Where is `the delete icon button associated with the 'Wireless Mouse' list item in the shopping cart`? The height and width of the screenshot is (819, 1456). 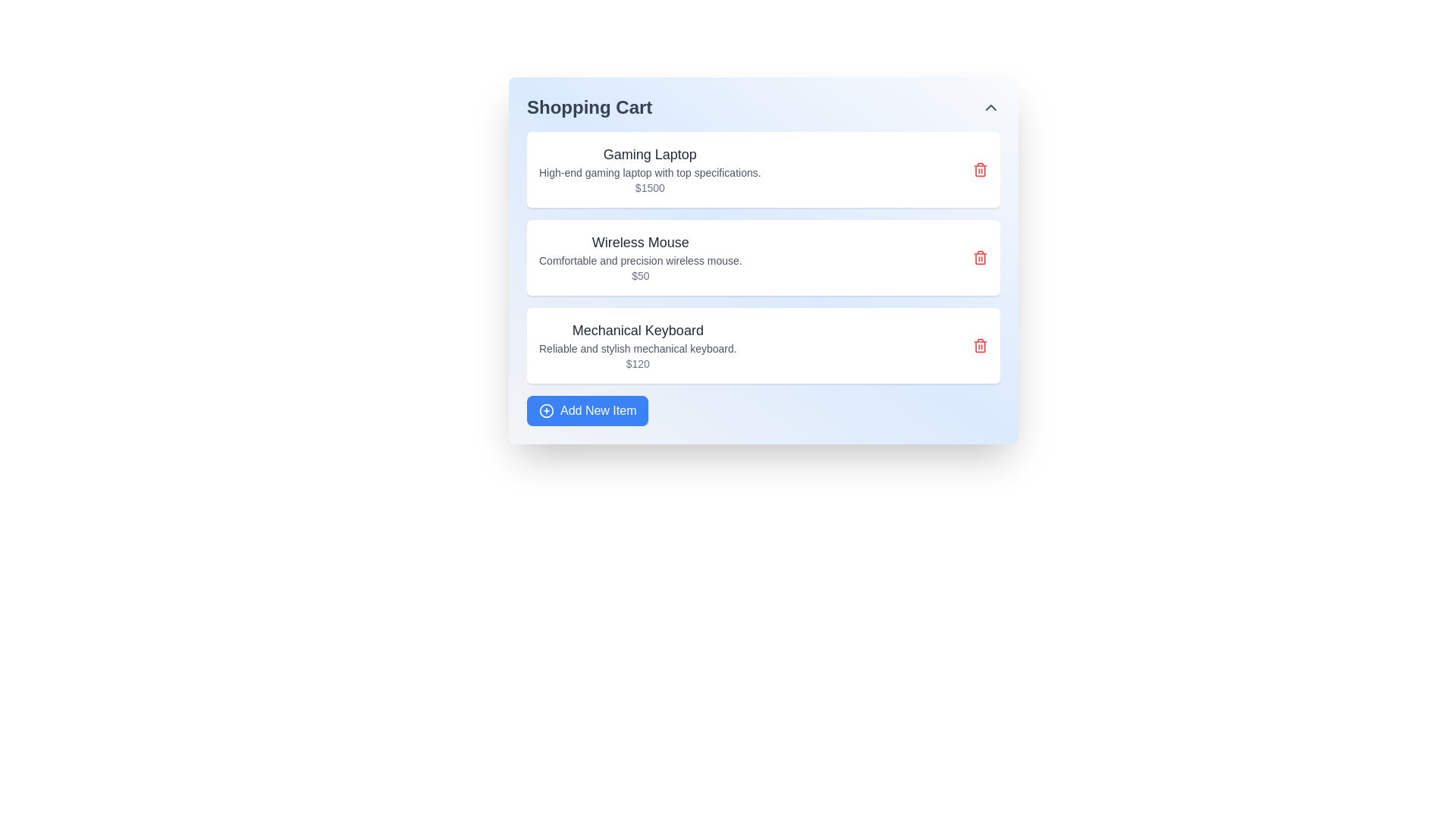
the delete icon button associated with the 'Wireless Mouse' list item in the shopping cart is located at coordinates (980, 257).